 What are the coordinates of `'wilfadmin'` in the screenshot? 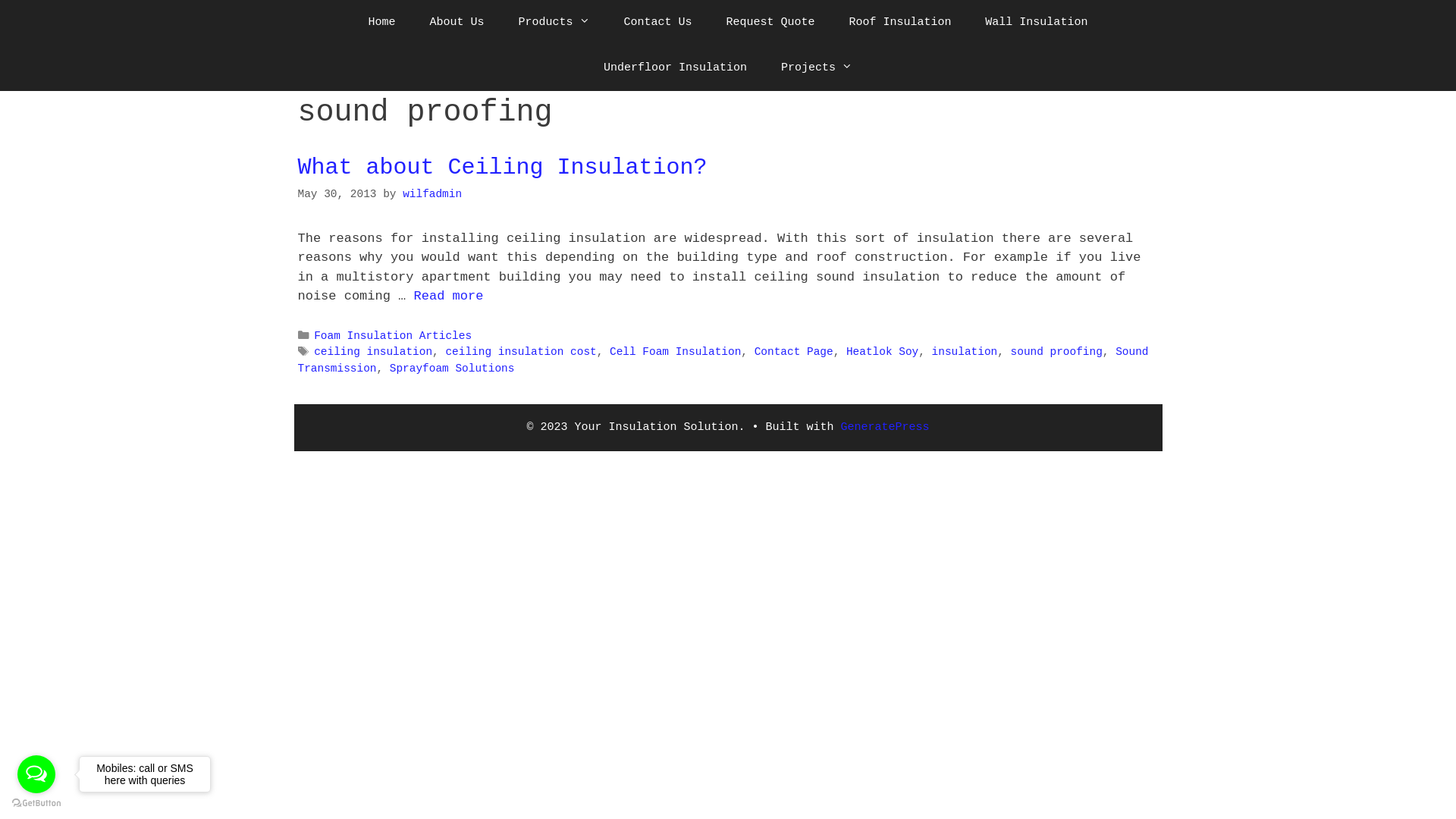 It's located at (403, 193).